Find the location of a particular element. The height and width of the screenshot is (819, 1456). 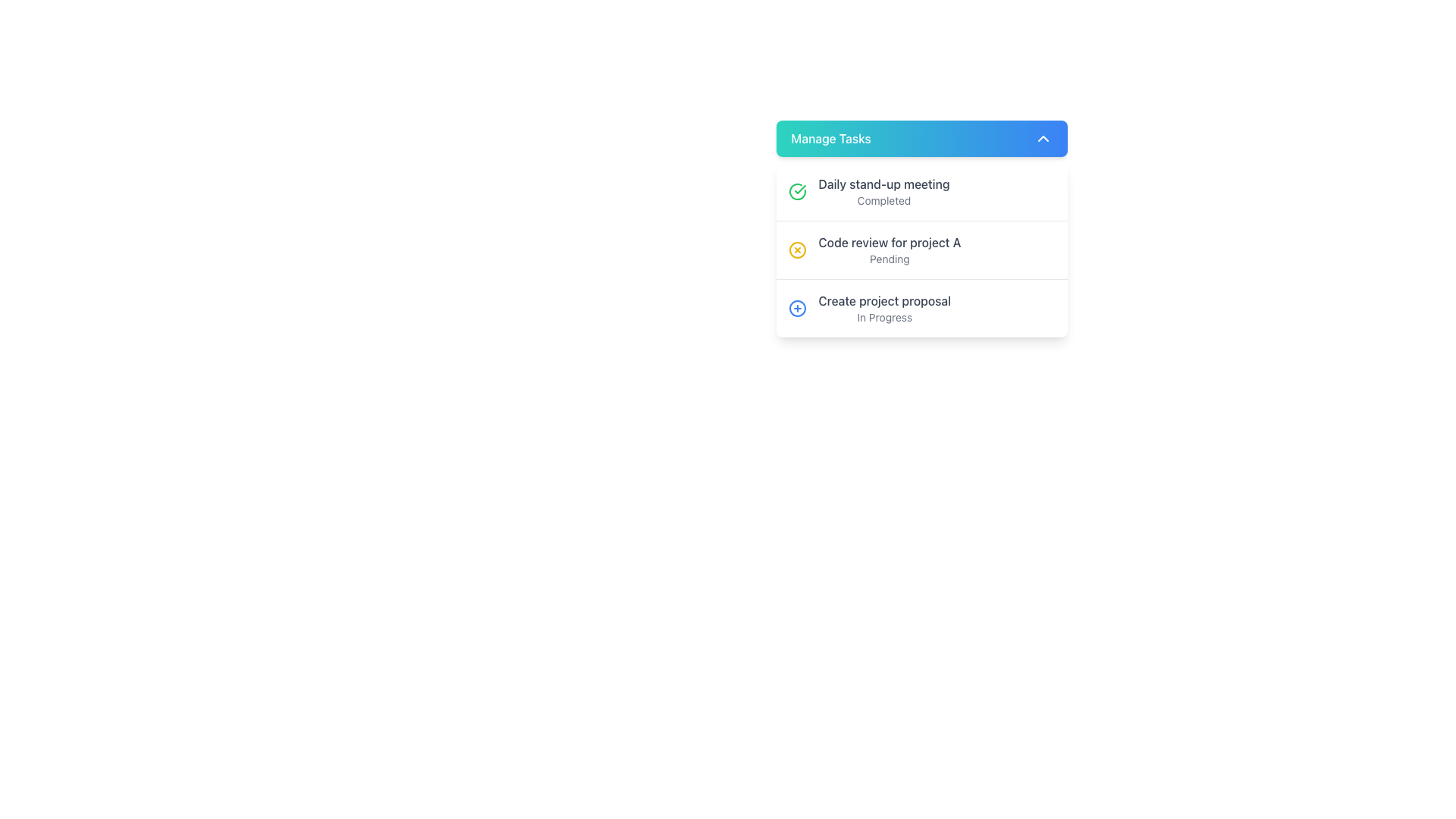

the add or create new item button located in the leftmost region of the 'Create project proposal' row in the task list is located at coordinates (796, 308).